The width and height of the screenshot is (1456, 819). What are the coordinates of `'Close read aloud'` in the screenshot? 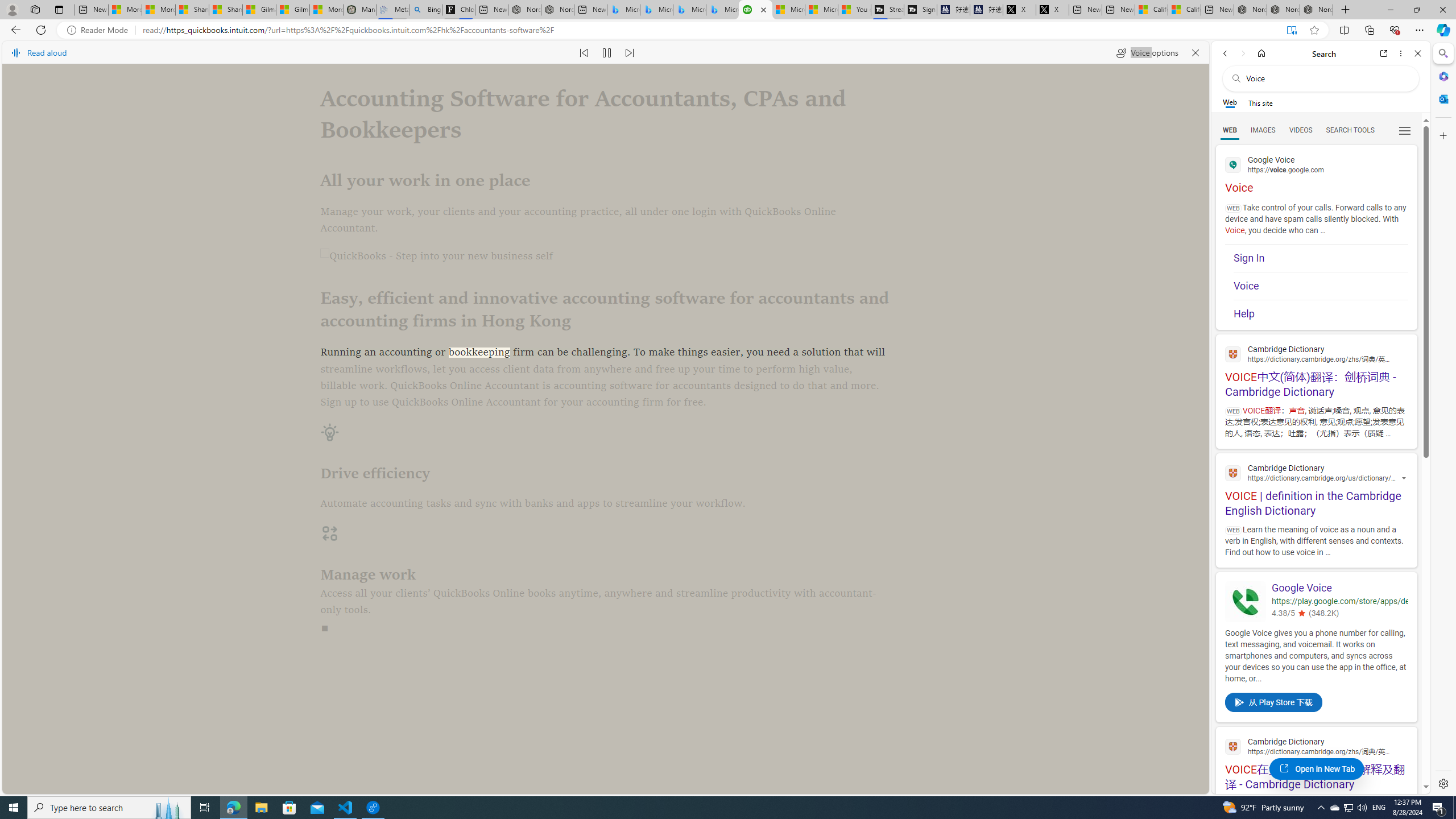 It's located at (1194, 52).